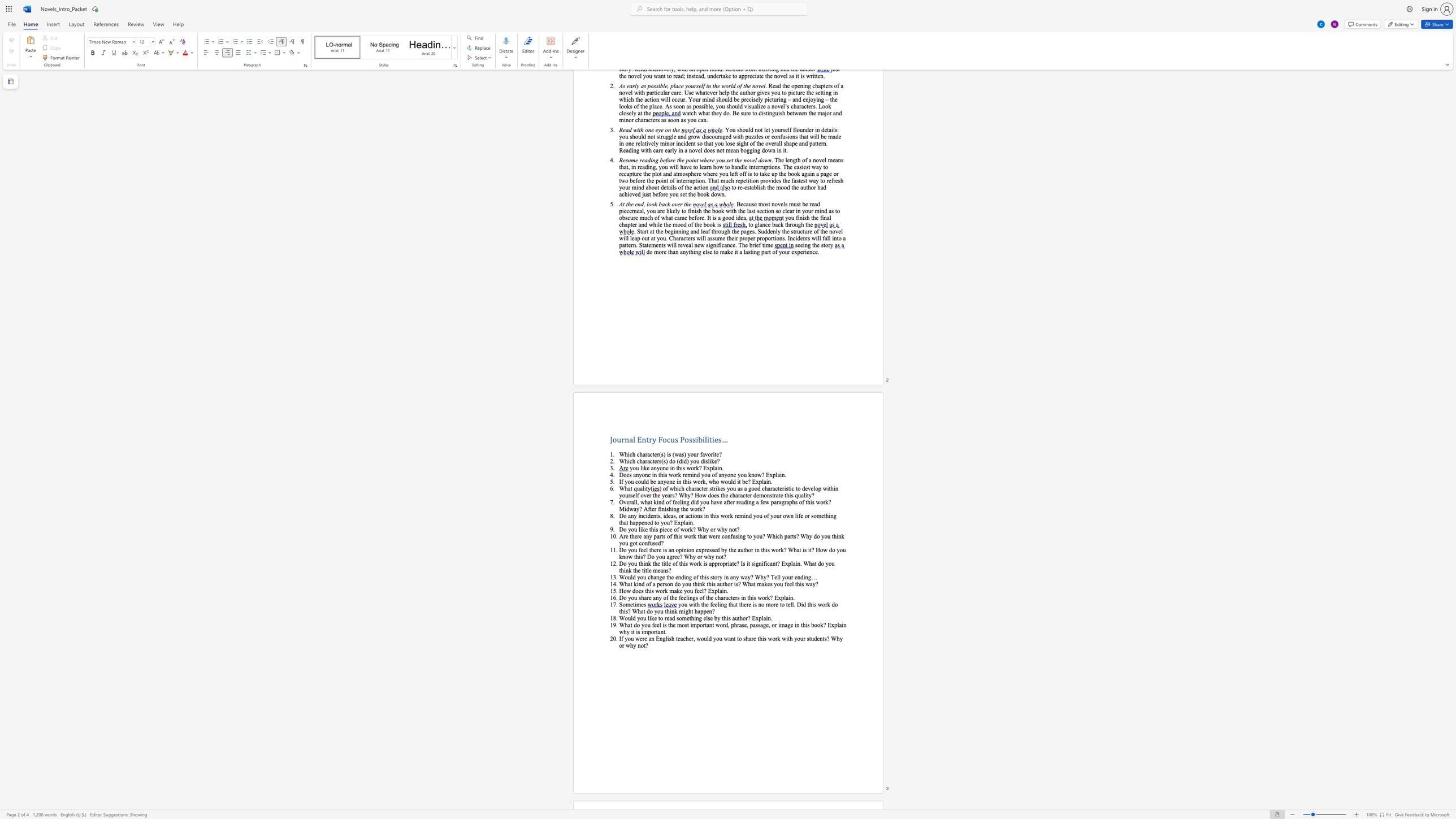 The width and height of the screenshot is (1456, 819). Describe the element at coordinates (624, 481) in the screenshot. I see `the subset text "you could be anyon" within the text "If you could be anyone in this work, who would it be? Explain."` at that location.